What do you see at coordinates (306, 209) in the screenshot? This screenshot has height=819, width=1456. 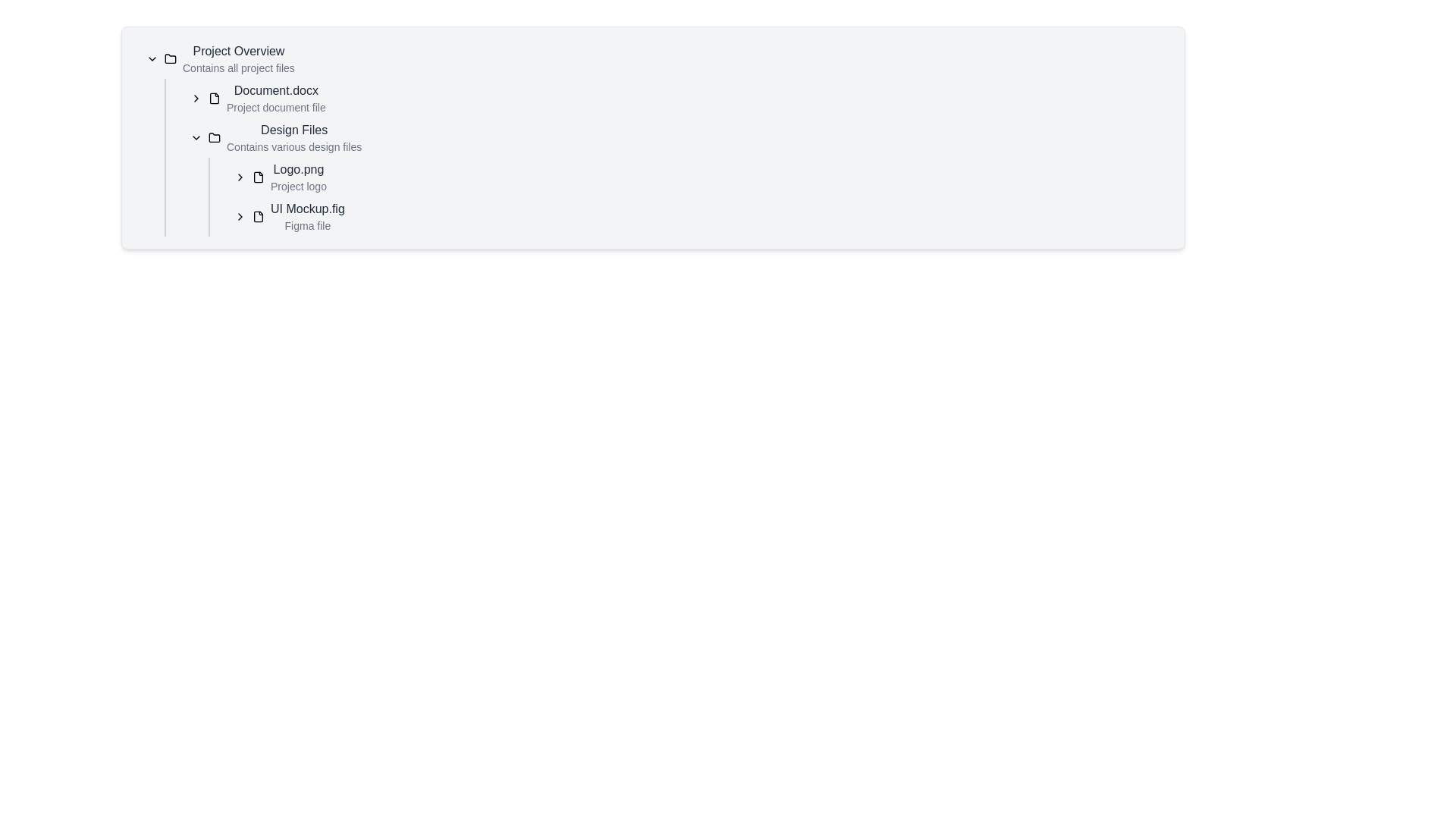 I see `the text label displaying the file name 'UI Mockup.fig'` at bounding box center [306, 209].